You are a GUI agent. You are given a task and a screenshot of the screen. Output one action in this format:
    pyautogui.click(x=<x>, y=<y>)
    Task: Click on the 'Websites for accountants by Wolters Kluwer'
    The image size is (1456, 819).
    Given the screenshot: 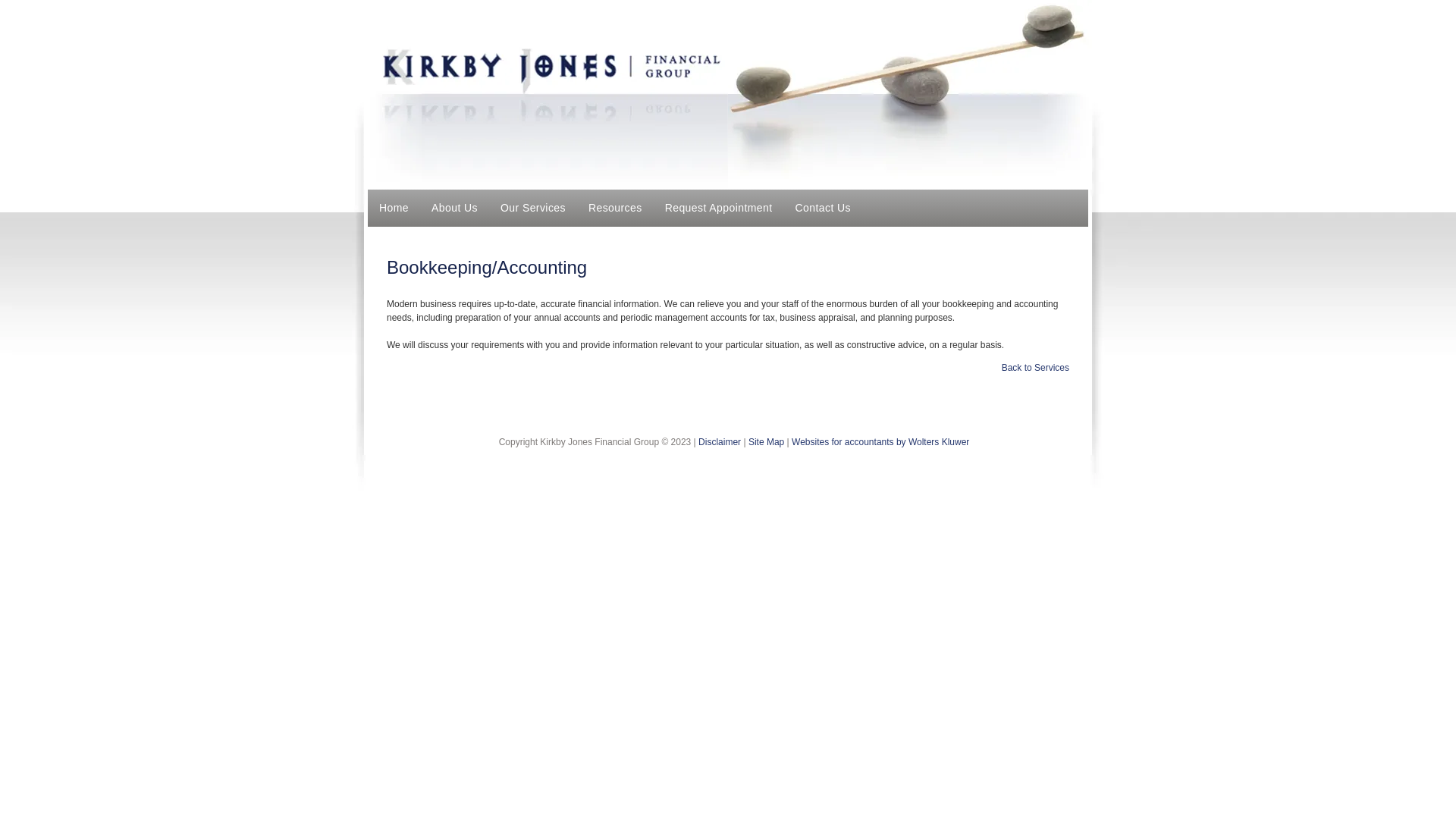 What is the action you would take?
    pyautogui.click(x=880, y=441)
    